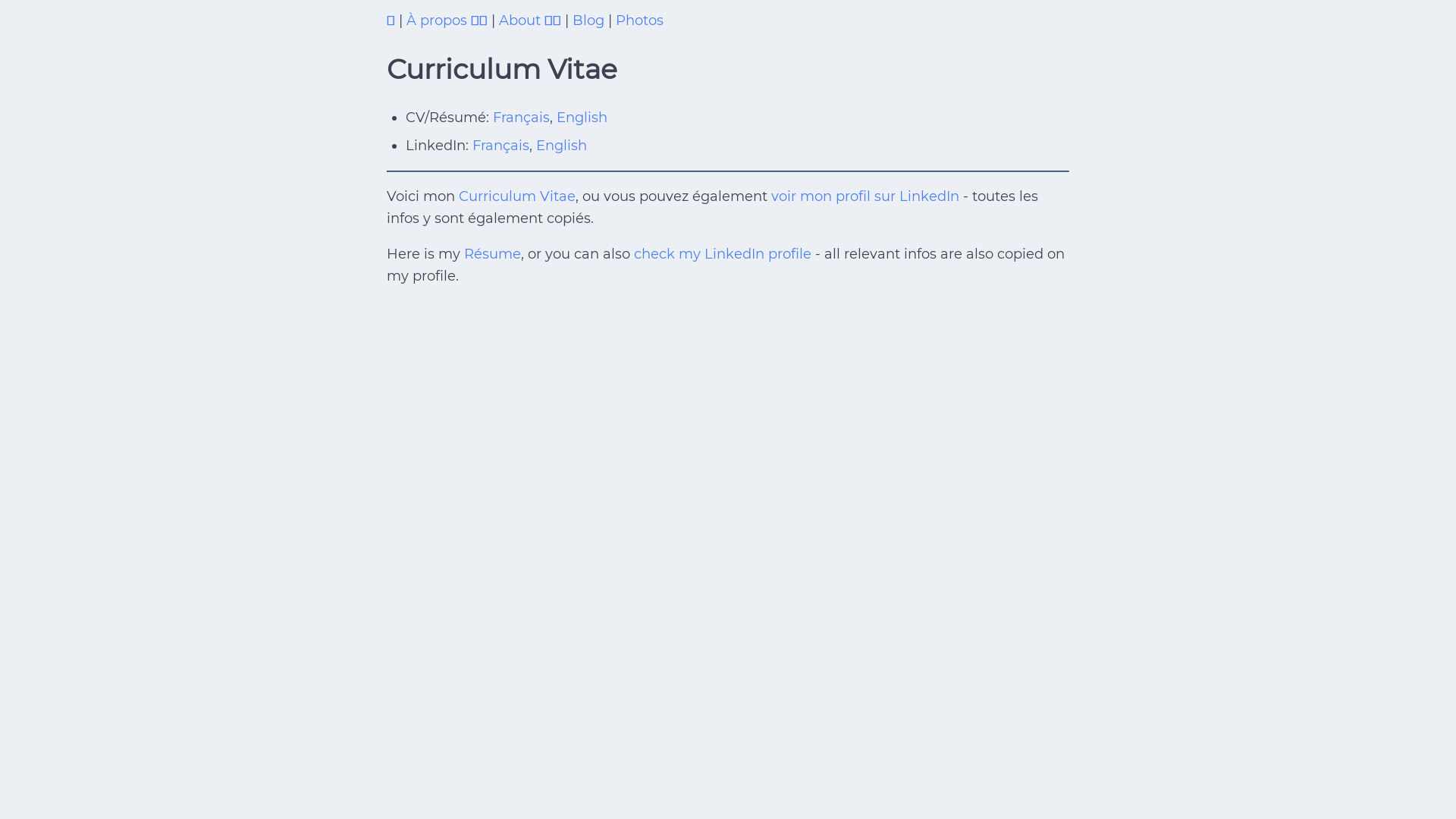 The image size is (1456, 819). Describe the element at coordinates (865, 195) in the screenshot. I see `'voir mon profil sur LinkedIn'` at that location.